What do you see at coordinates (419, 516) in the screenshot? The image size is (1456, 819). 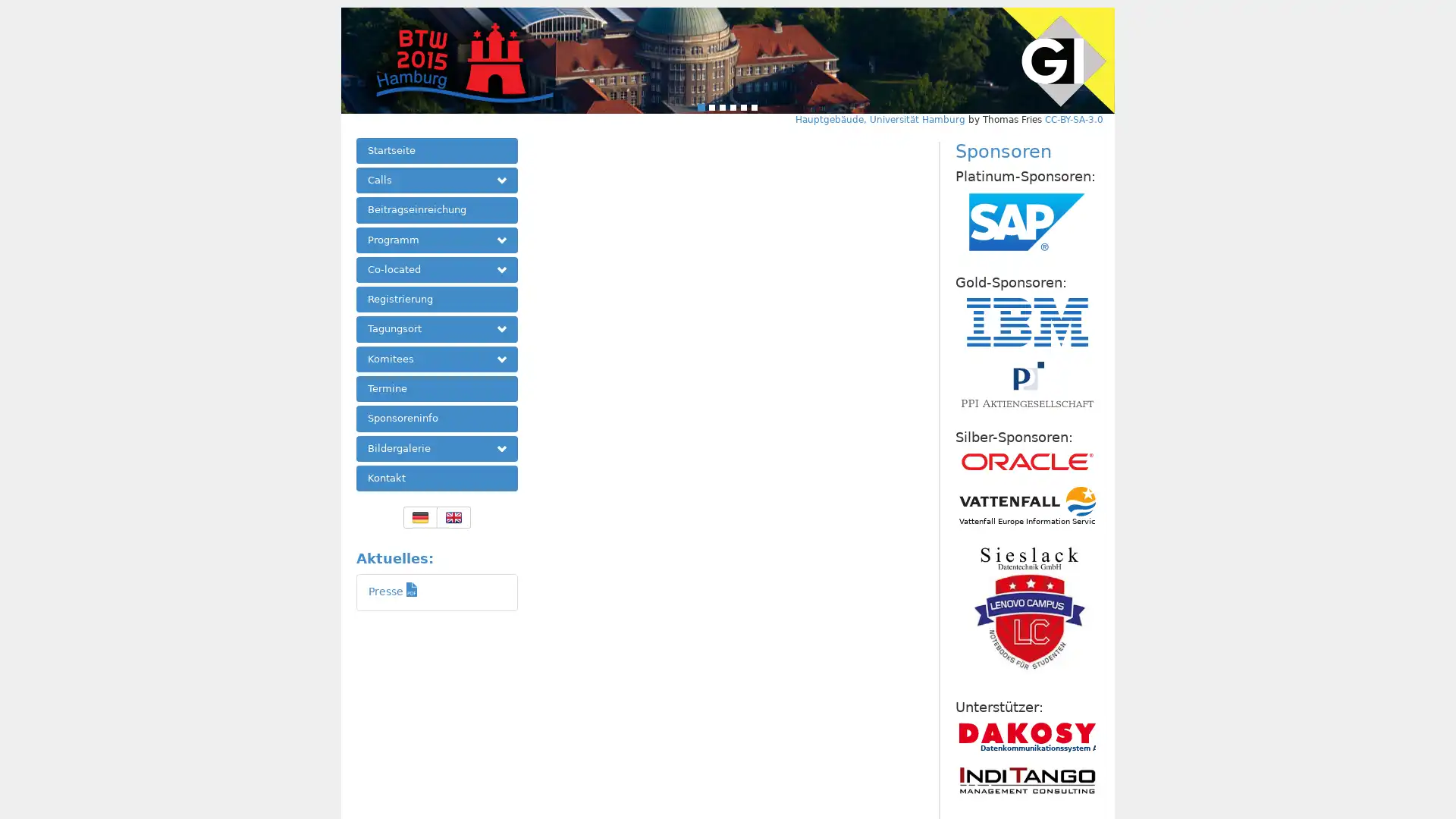 I see `Deutsch` at bounding box center [419, 516].